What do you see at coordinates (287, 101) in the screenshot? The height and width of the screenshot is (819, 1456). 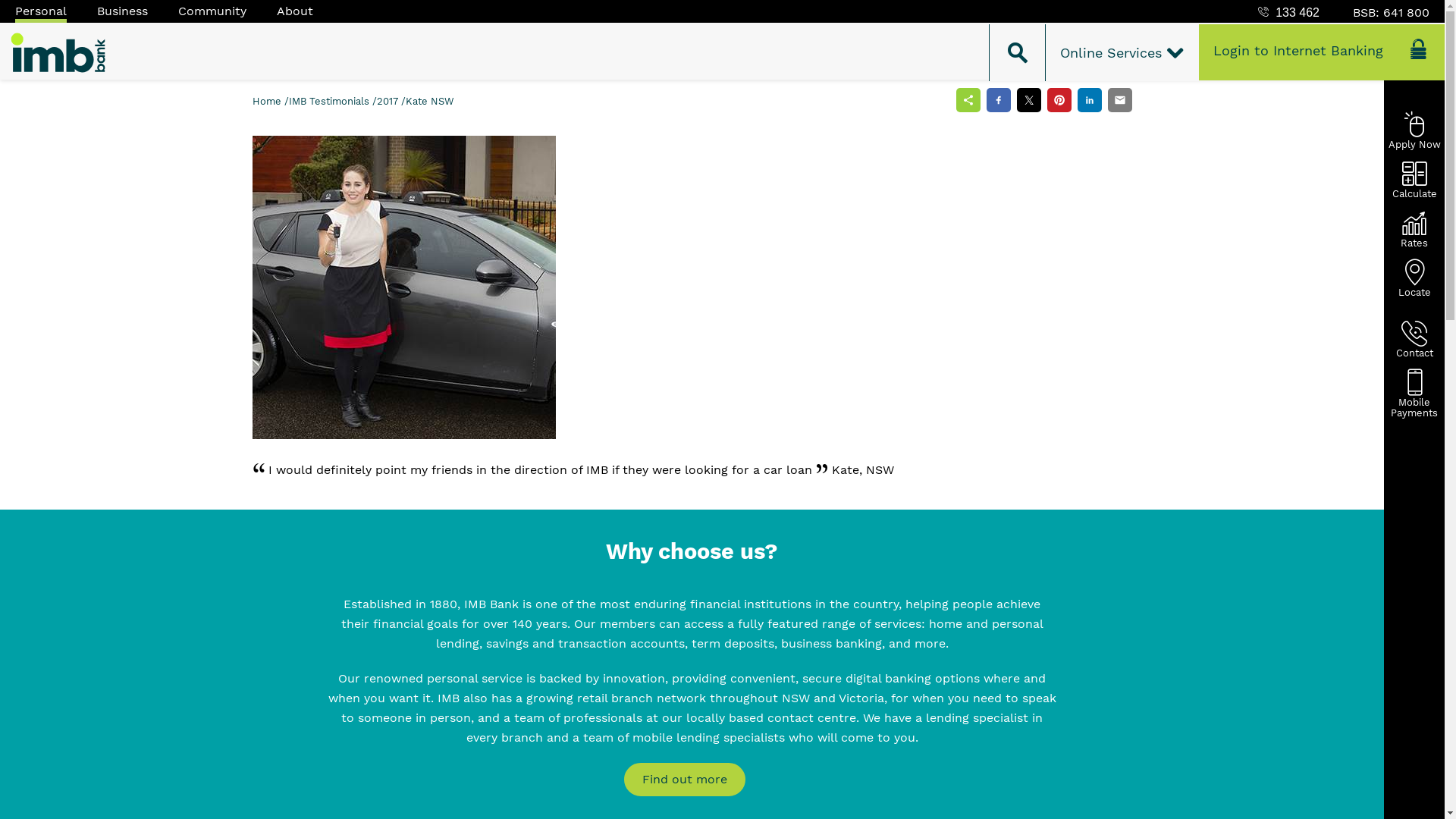 I see `'IMB Testimonials'` at bounding box center [287, 101].